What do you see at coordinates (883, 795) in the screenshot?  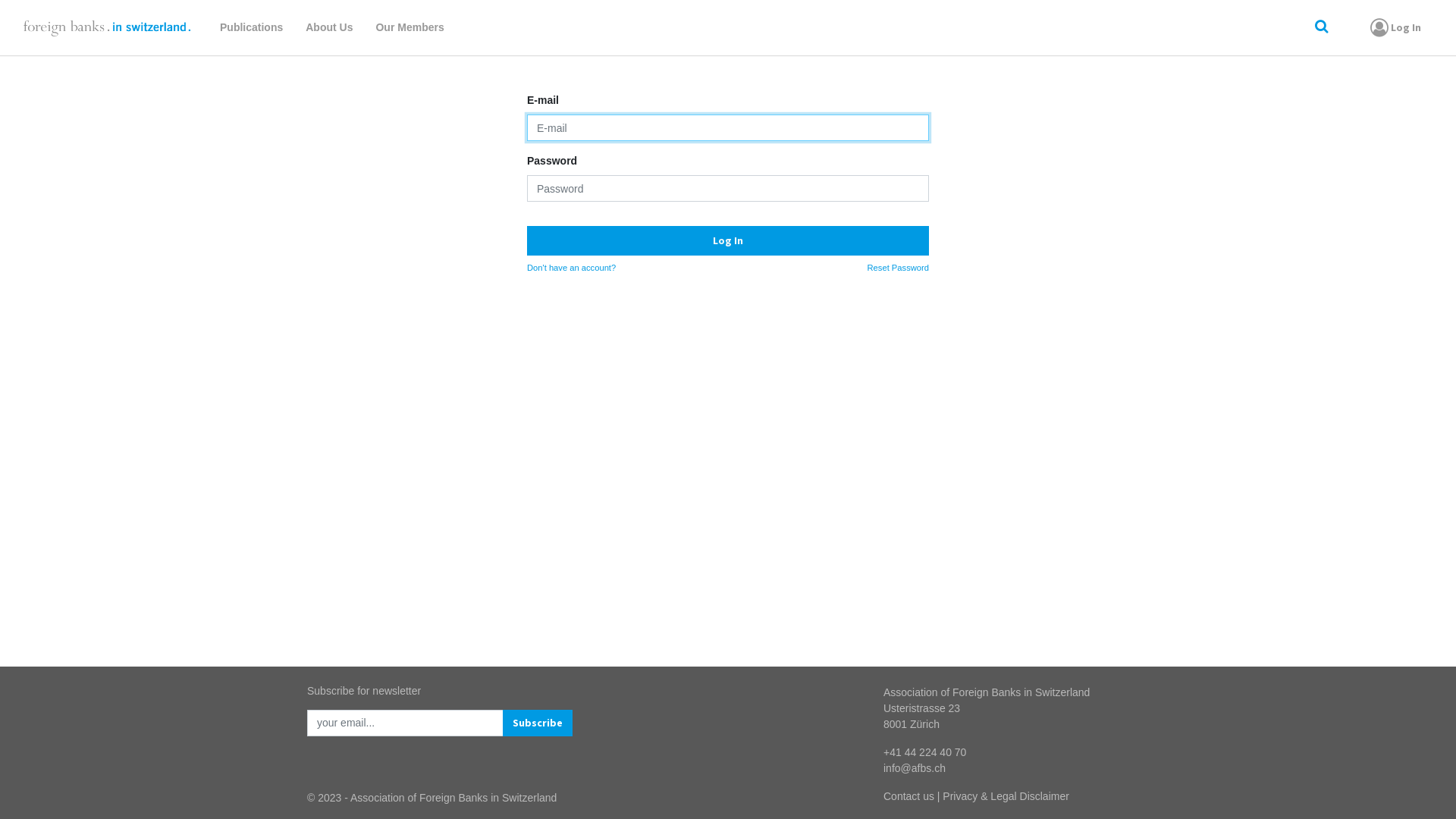 I see `'Contact us'` at bounding box center [883, 795].